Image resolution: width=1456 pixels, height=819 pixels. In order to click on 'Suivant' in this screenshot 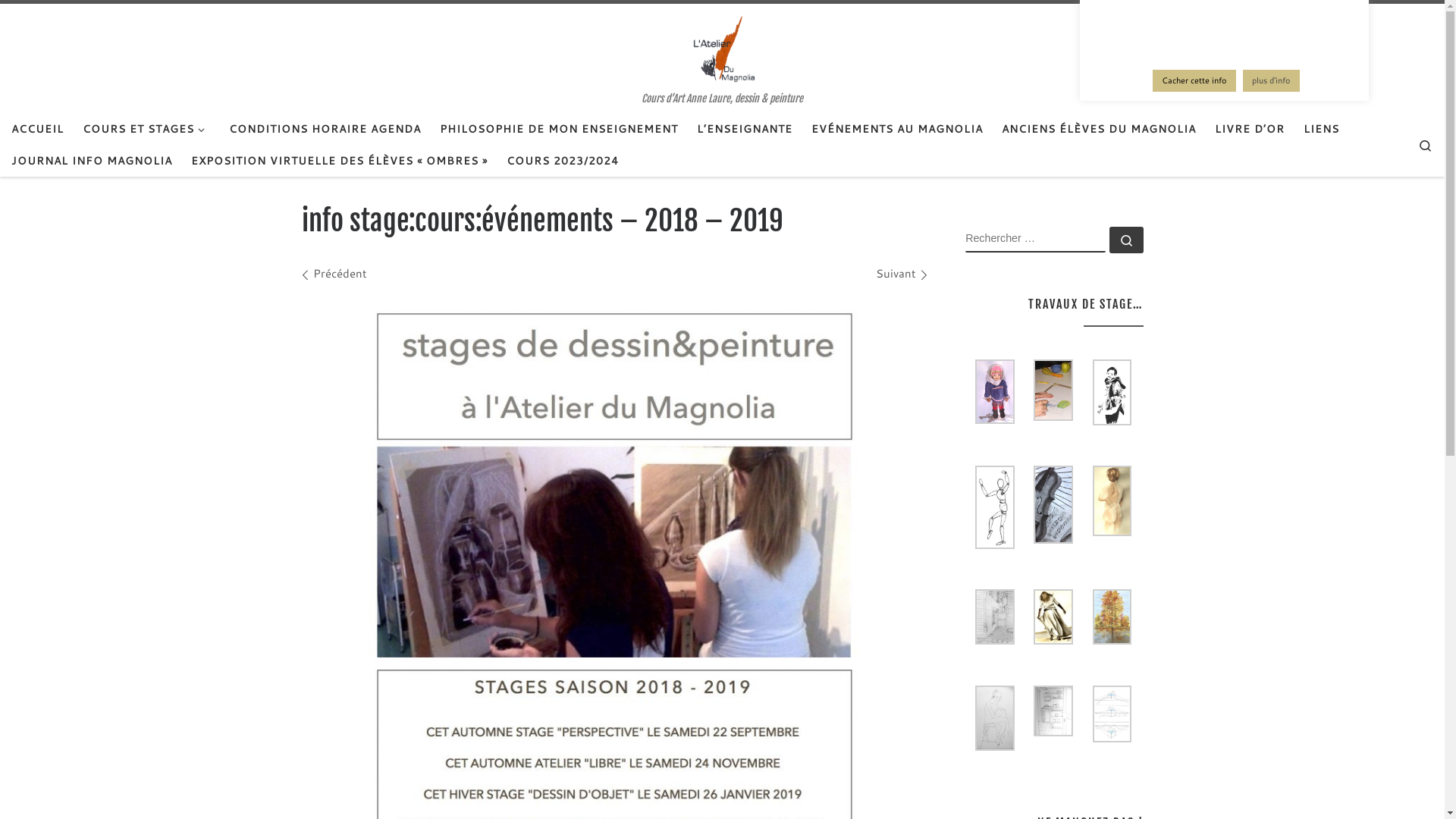, I will do `click(901, 273)`.